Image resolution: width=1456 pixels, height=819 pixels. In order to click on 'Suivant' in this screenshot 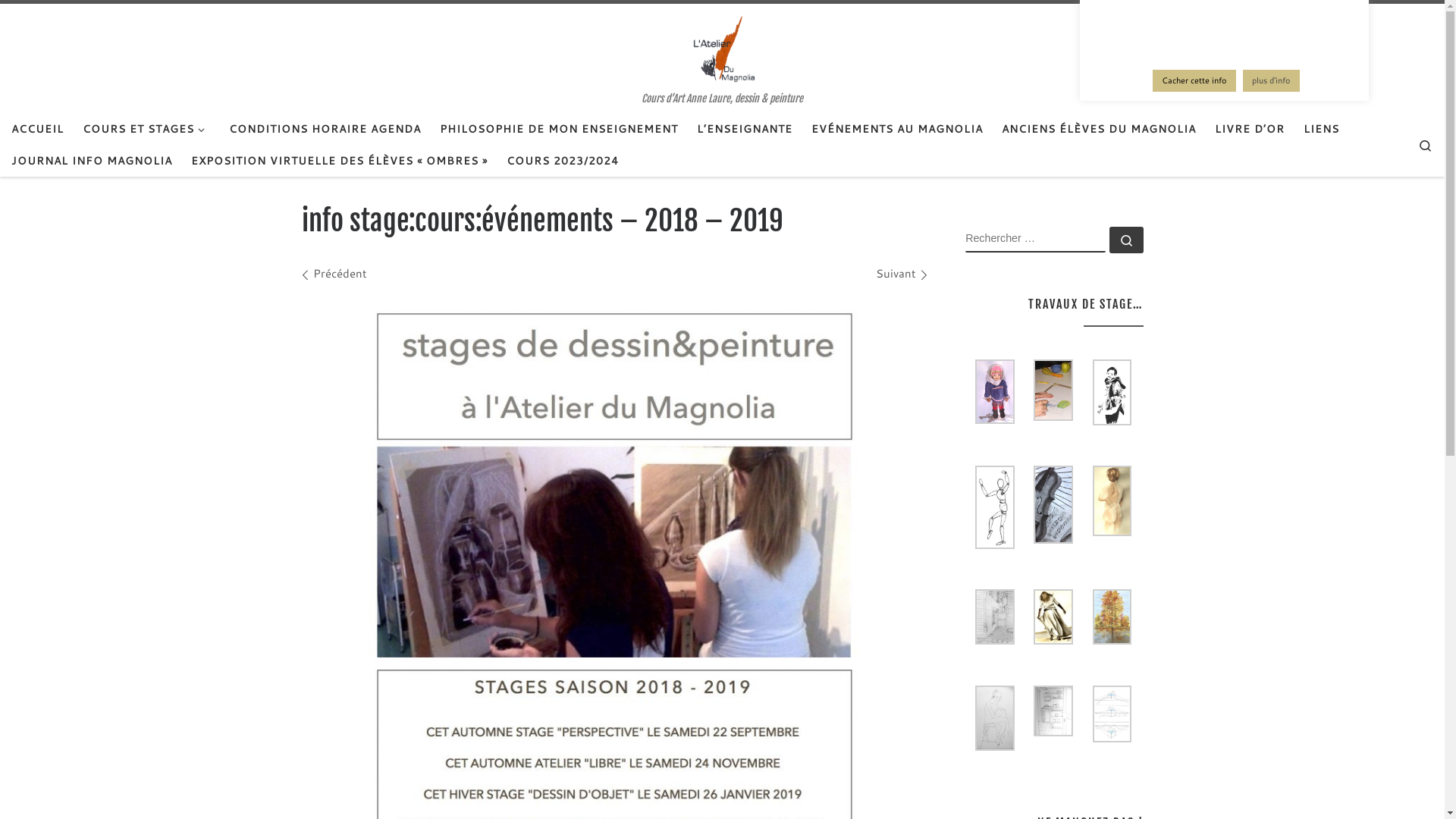, I will do `click(901, 273)`.